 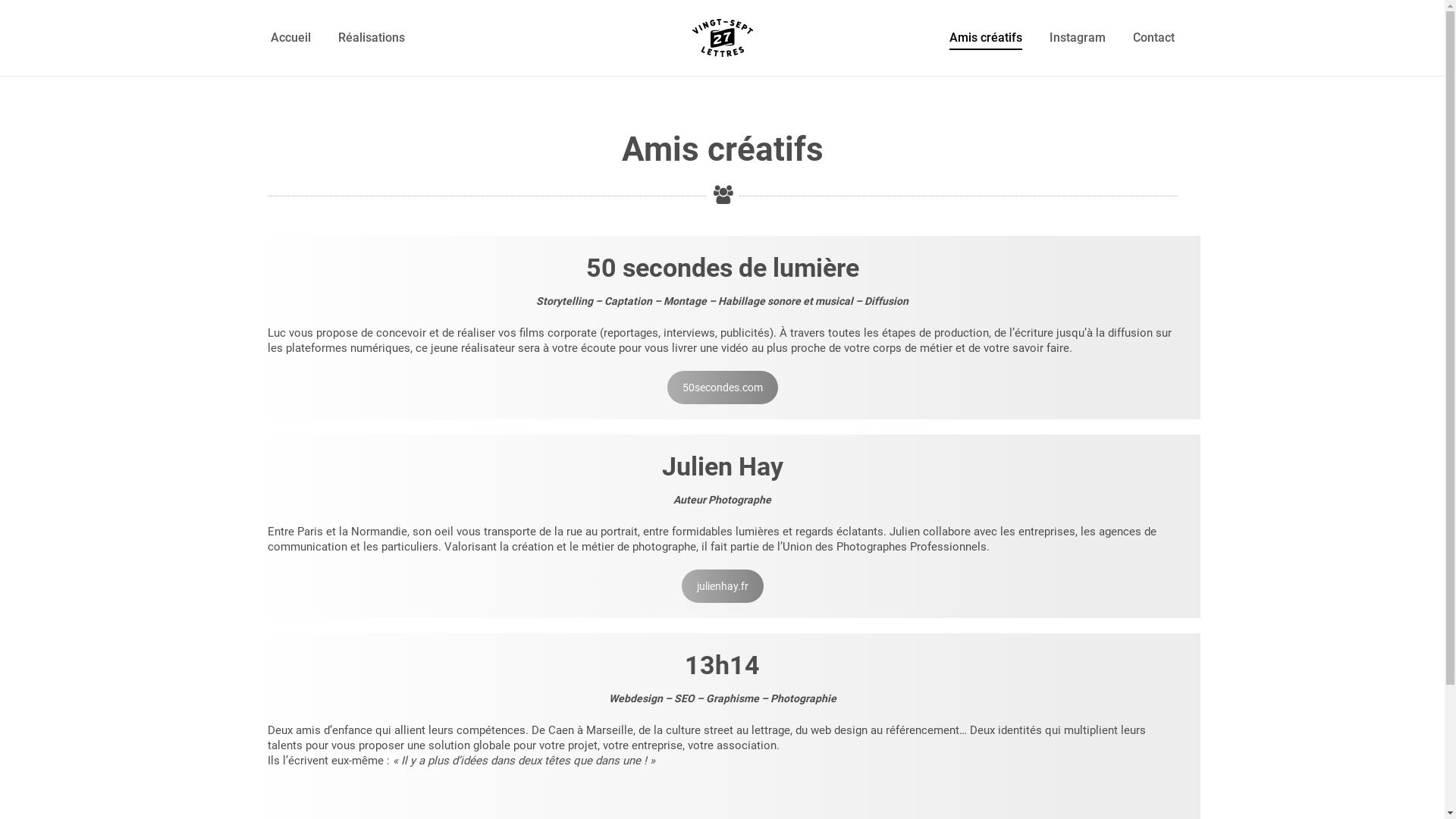 What do you see at coordinates (667, 386) in the screenshot?
I see `'50secondes.com'` at bounding box center [667, 386].